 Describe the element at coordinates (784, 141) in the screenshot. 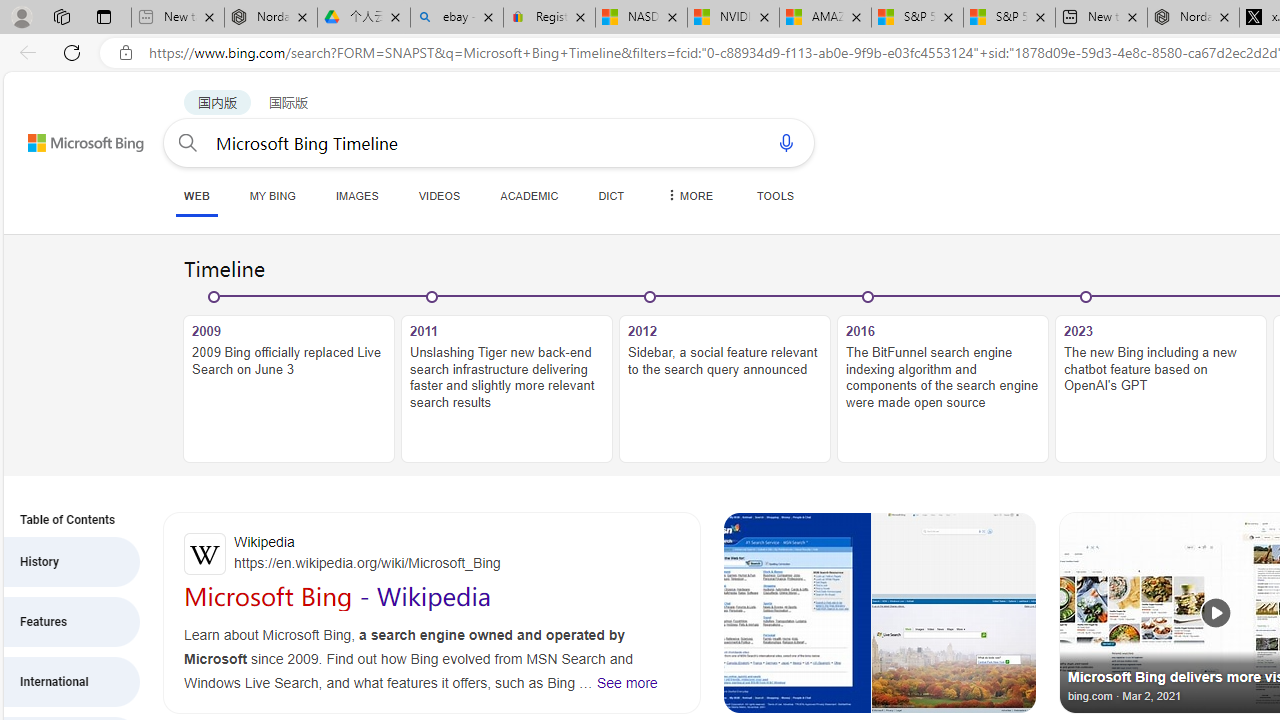

I see `'Search using voice'` at that location.